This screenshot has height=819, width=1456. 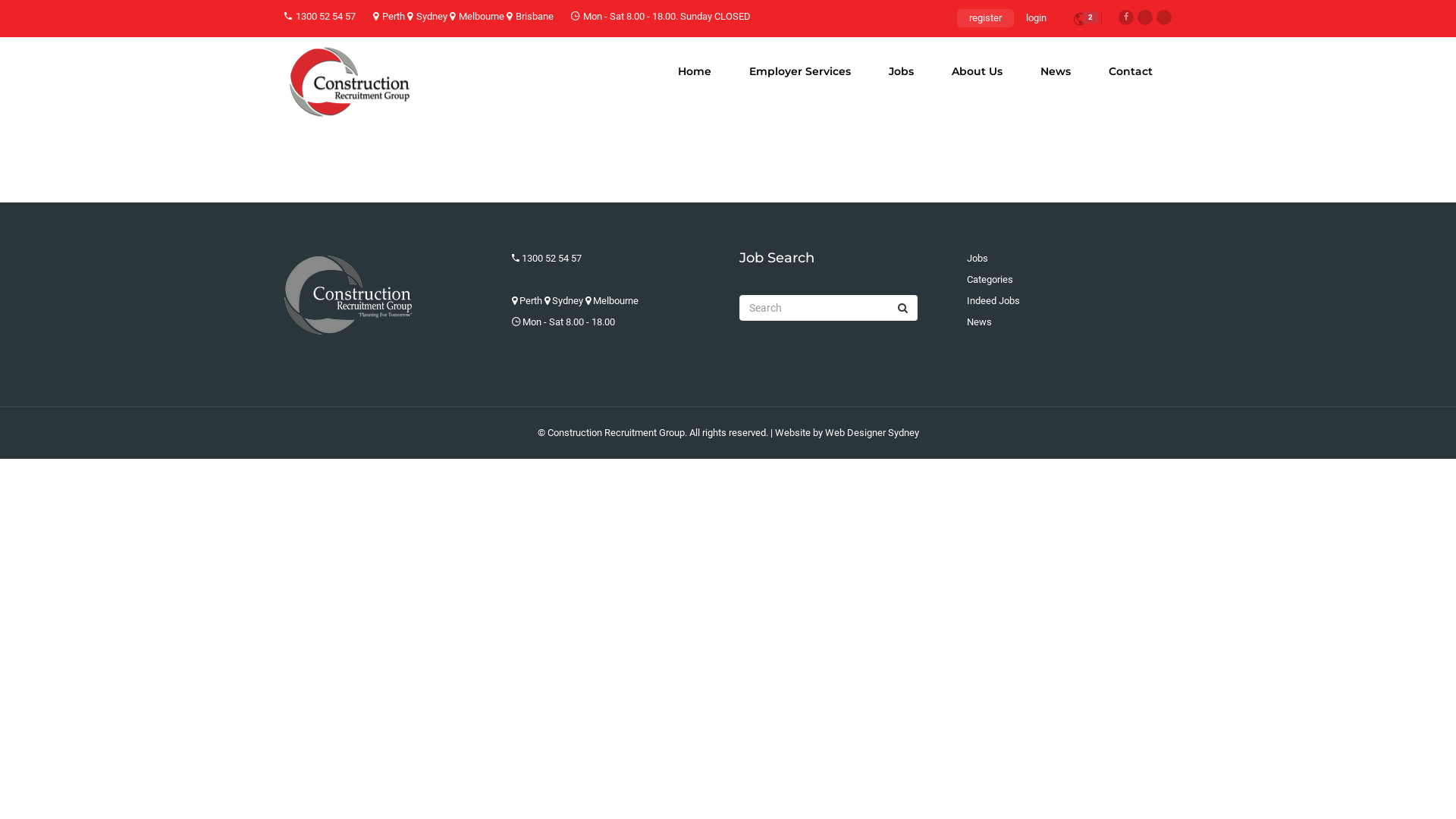 What do you see at coordinates (694, 71) in the screenshot?
I see `'Home'` at bounding box center [694, 71].